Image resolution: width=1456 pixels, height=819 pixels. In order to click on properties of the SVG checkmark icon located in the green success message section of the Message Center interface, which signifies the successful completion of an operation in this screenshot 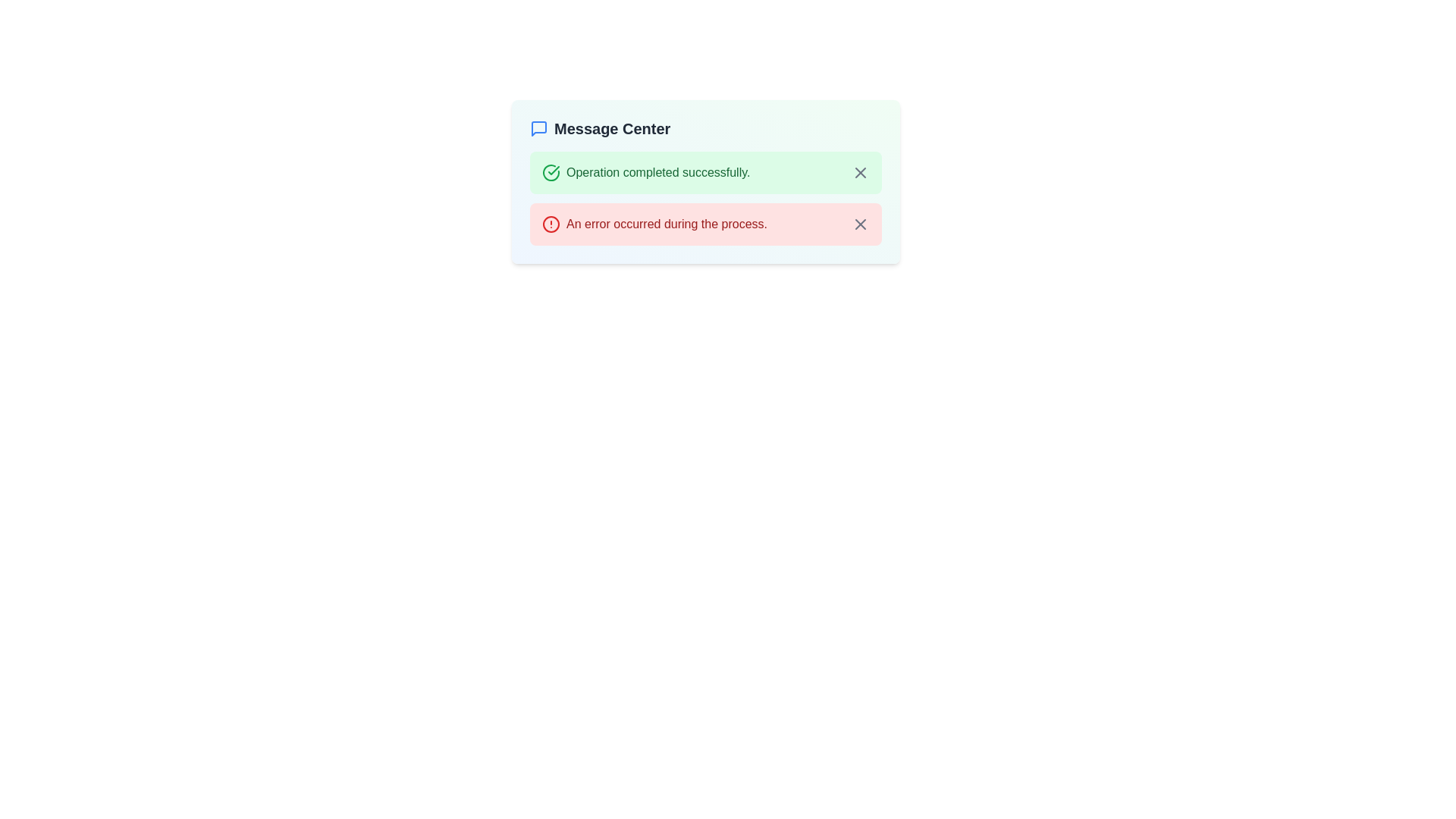, I will do `click(553, 170)`.